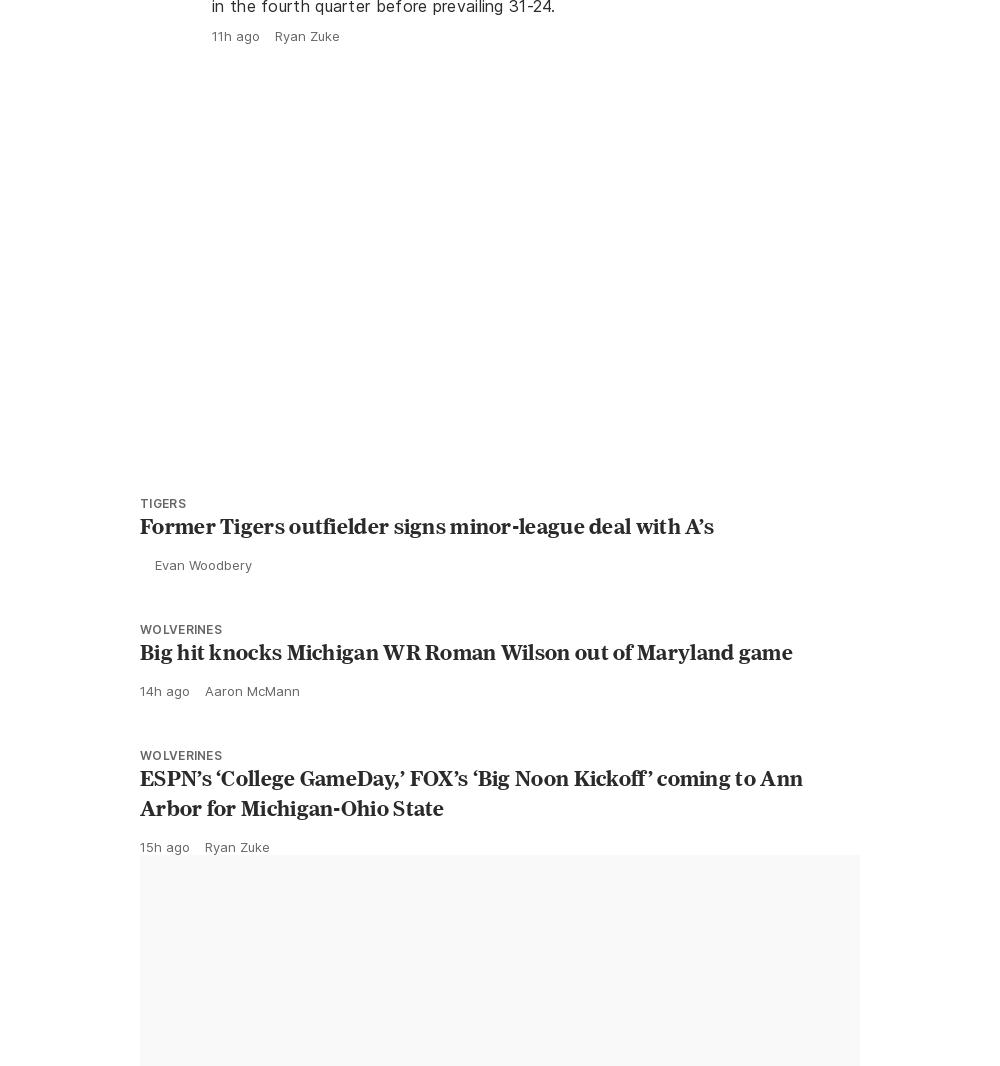  I want to click on '11h ago', so click(211, 78).